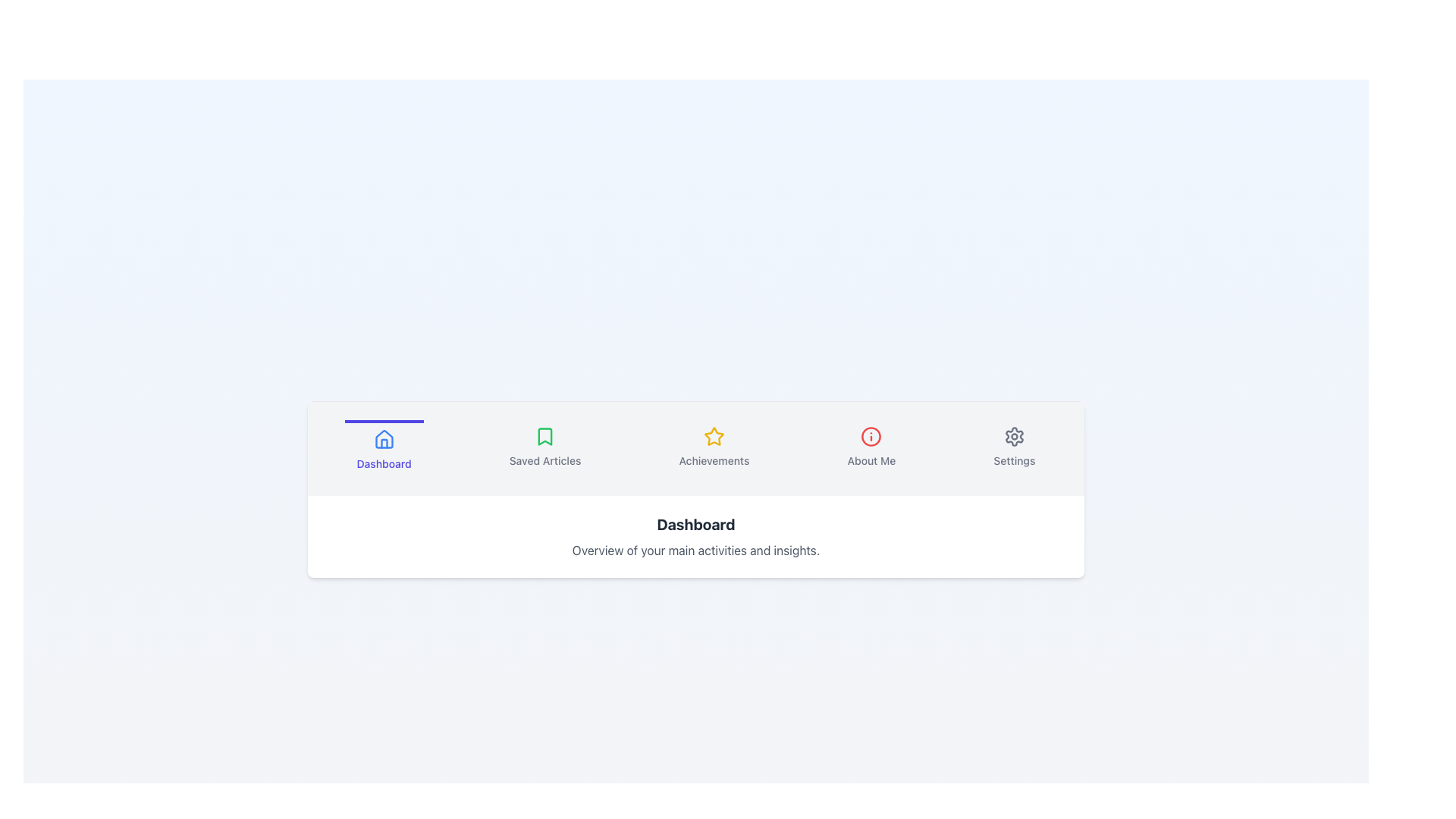 The height and width of the screenshot is (819, 1456). Describe the element at coordinates (695, 523) in the screenshot. I see `the static text label indicating the current active section as 'Dashboard.'` at that location.